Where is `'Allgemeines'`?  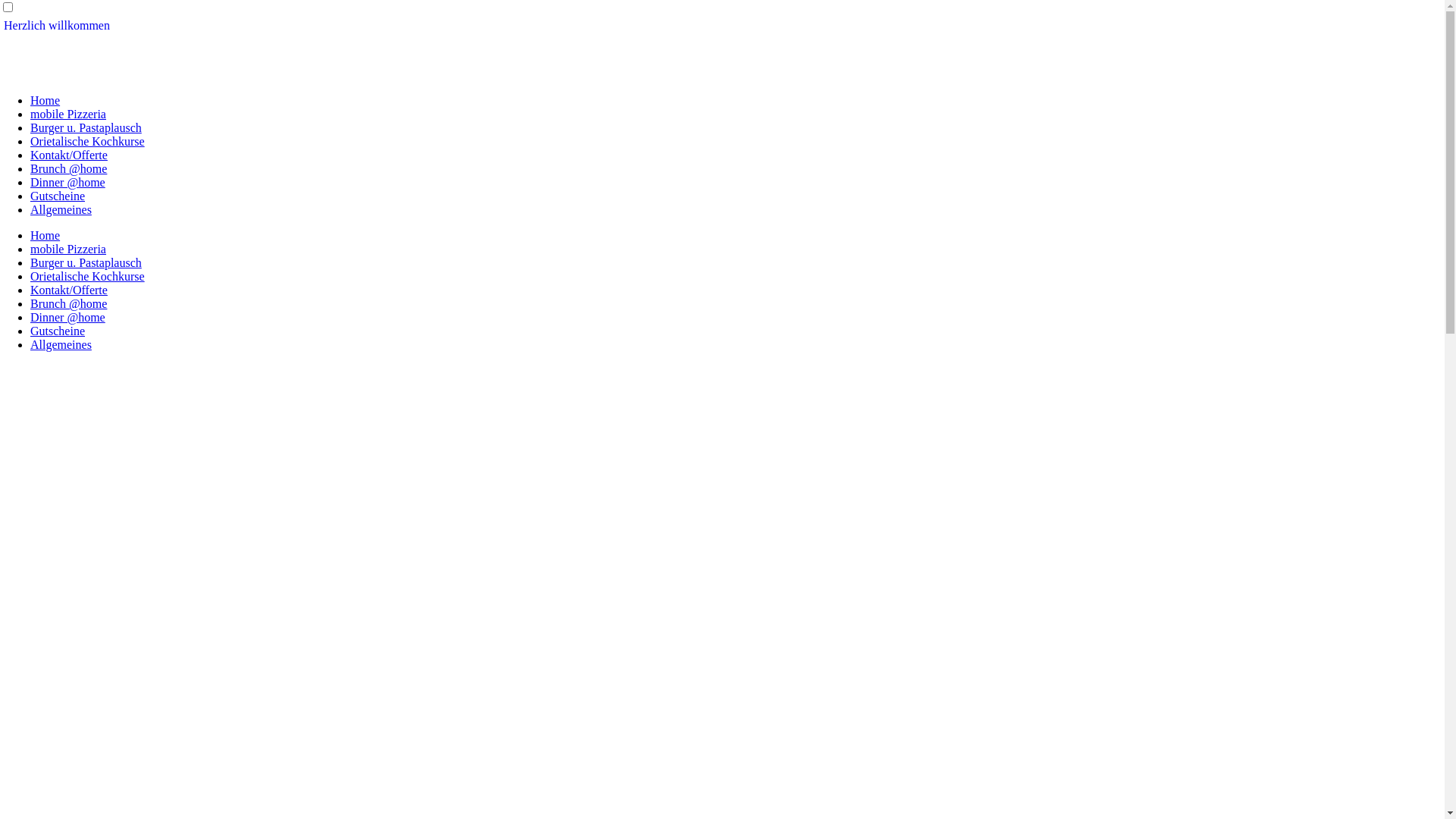
'Allgemeines' is located at coordinates (30, 344).